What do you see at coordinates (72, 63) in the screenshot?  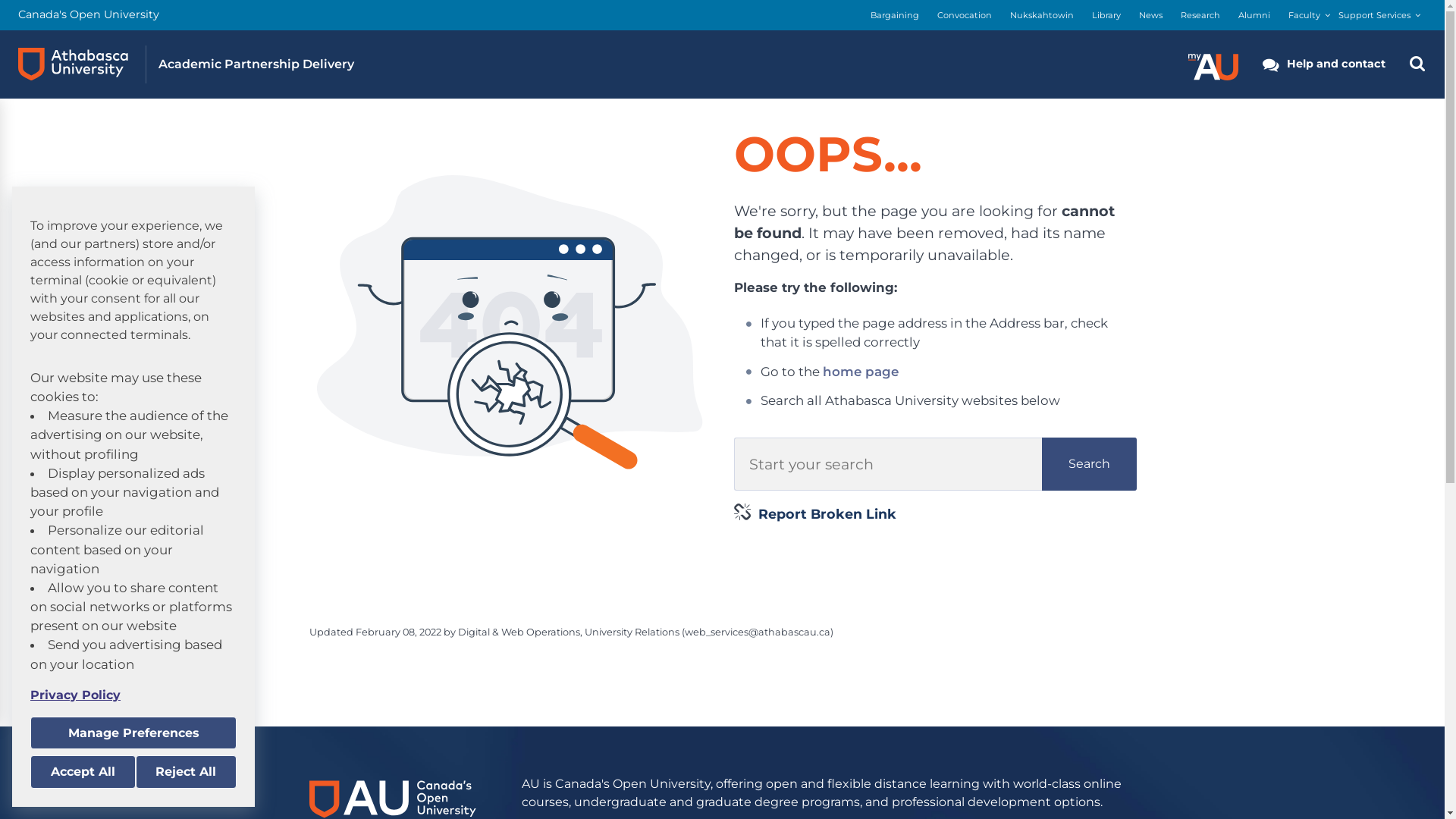 I see `'Athabasca University logo'` at bounding box center [72, 63].